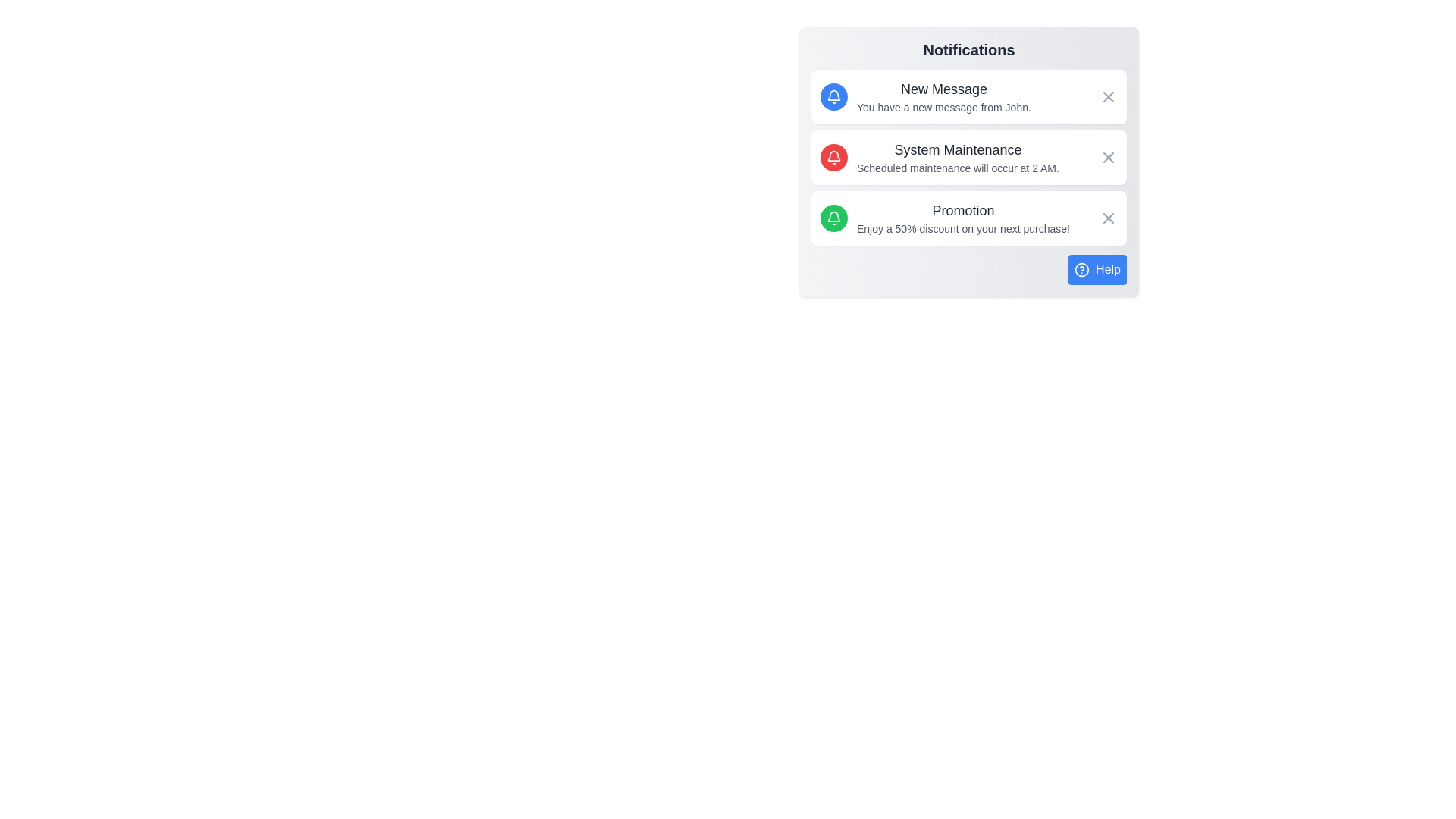  I want to click on the help button located at the bottom-right corner of the notifications panel, so click(1097, 268).